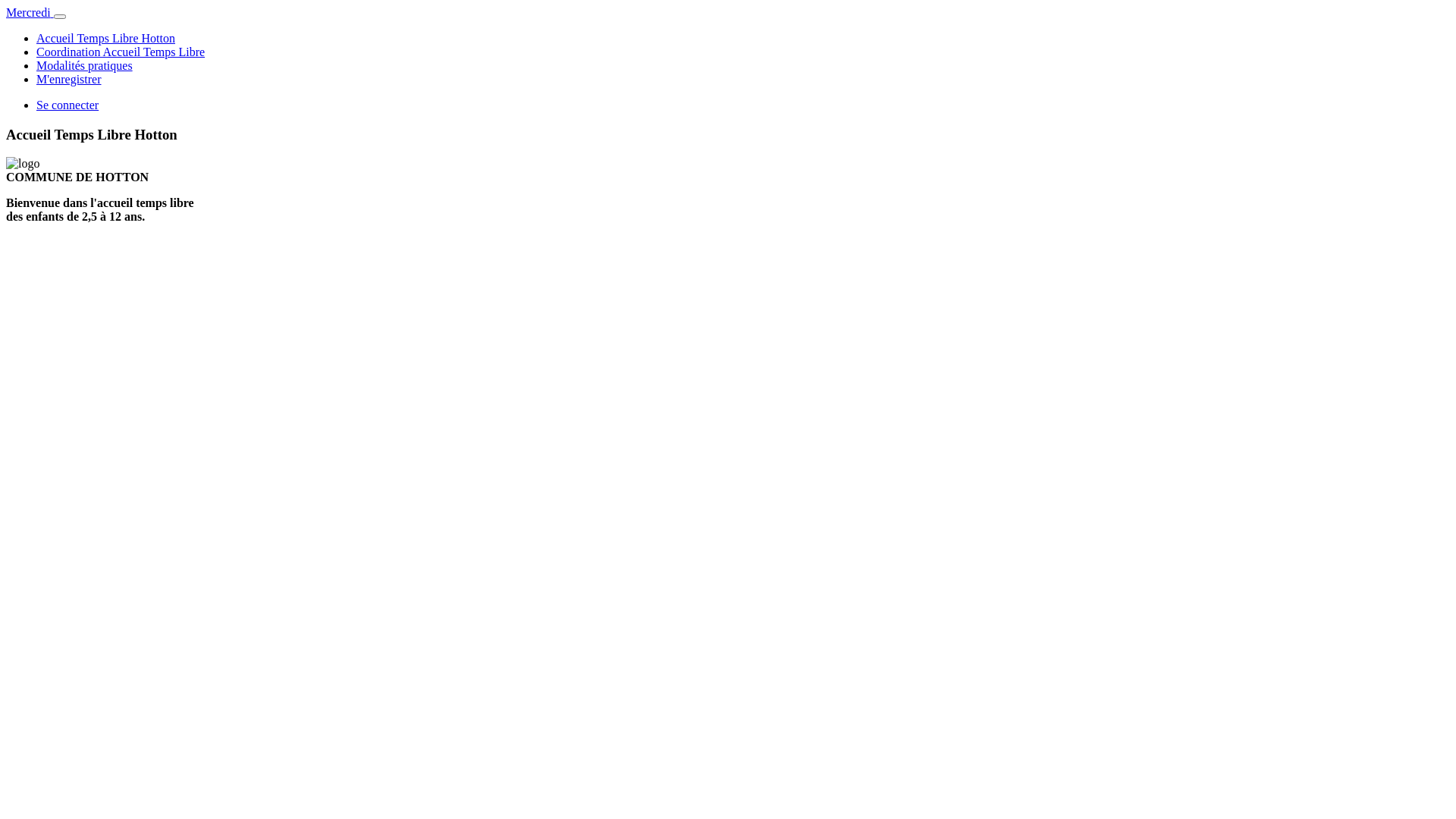 The height and width of the screenshot is (819, 1456). Describe the element at coordinates (105, 37) in the screenshot. I see `'Accueil Temps Libre Hotton'` at that location.